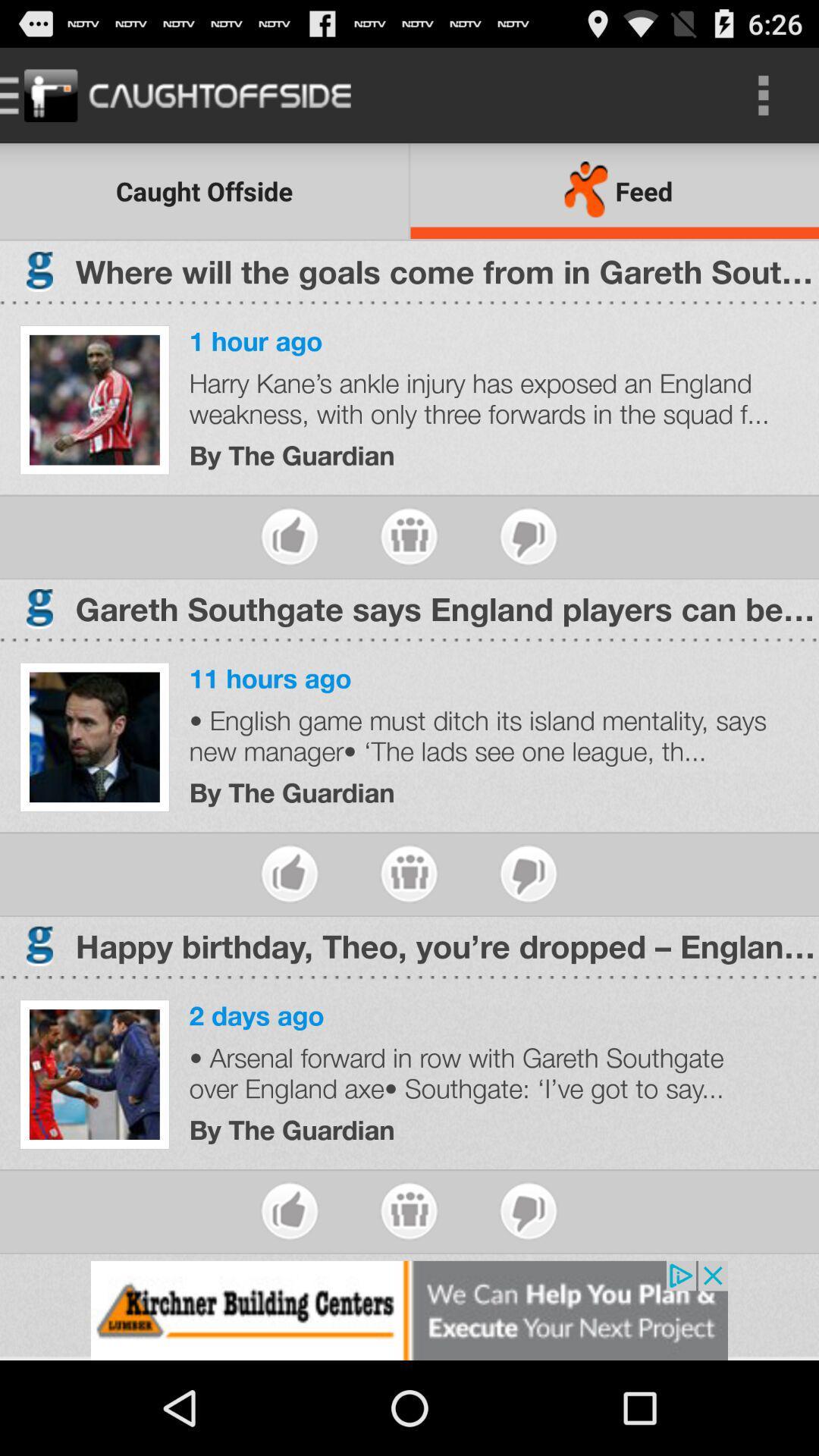  I want to click on dislike the article, so click(528, 536).